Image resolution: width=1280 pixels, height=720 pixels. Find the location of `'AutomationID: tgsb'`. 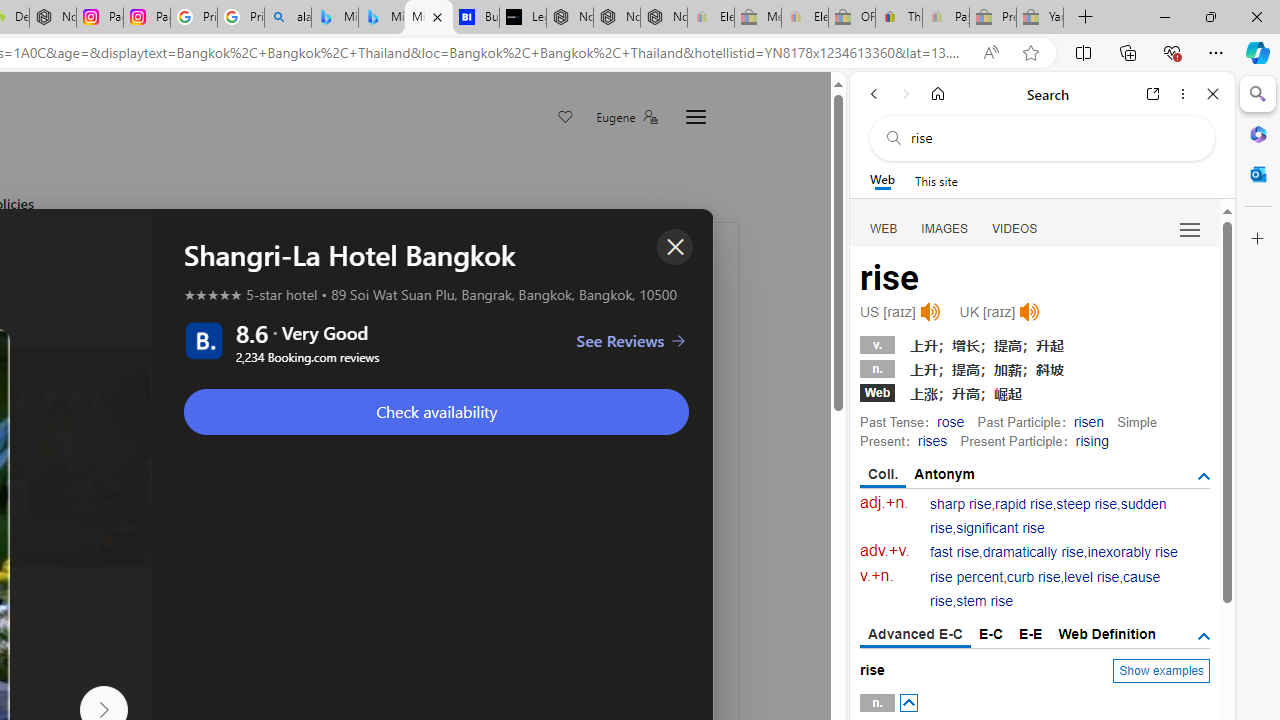

'AutomationID: tgsb' is located at coordinates (1202, 477).